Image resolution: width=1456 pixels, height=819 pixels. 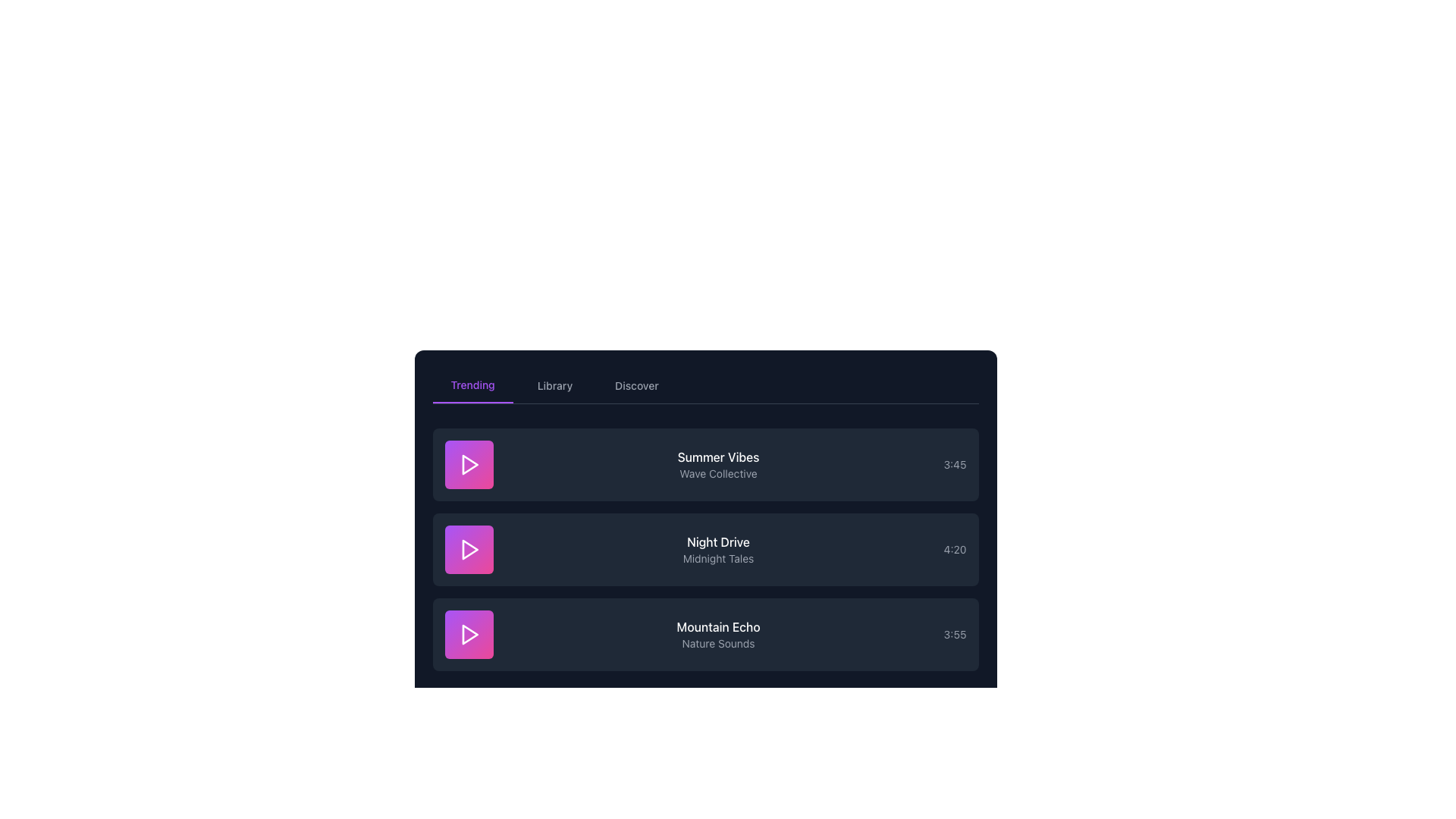 What do you see at coordinates (704, 550) in the screenshot?
I see `the second music entry 'Night Drive' in the clickable list` at bounding box center [704, 550].